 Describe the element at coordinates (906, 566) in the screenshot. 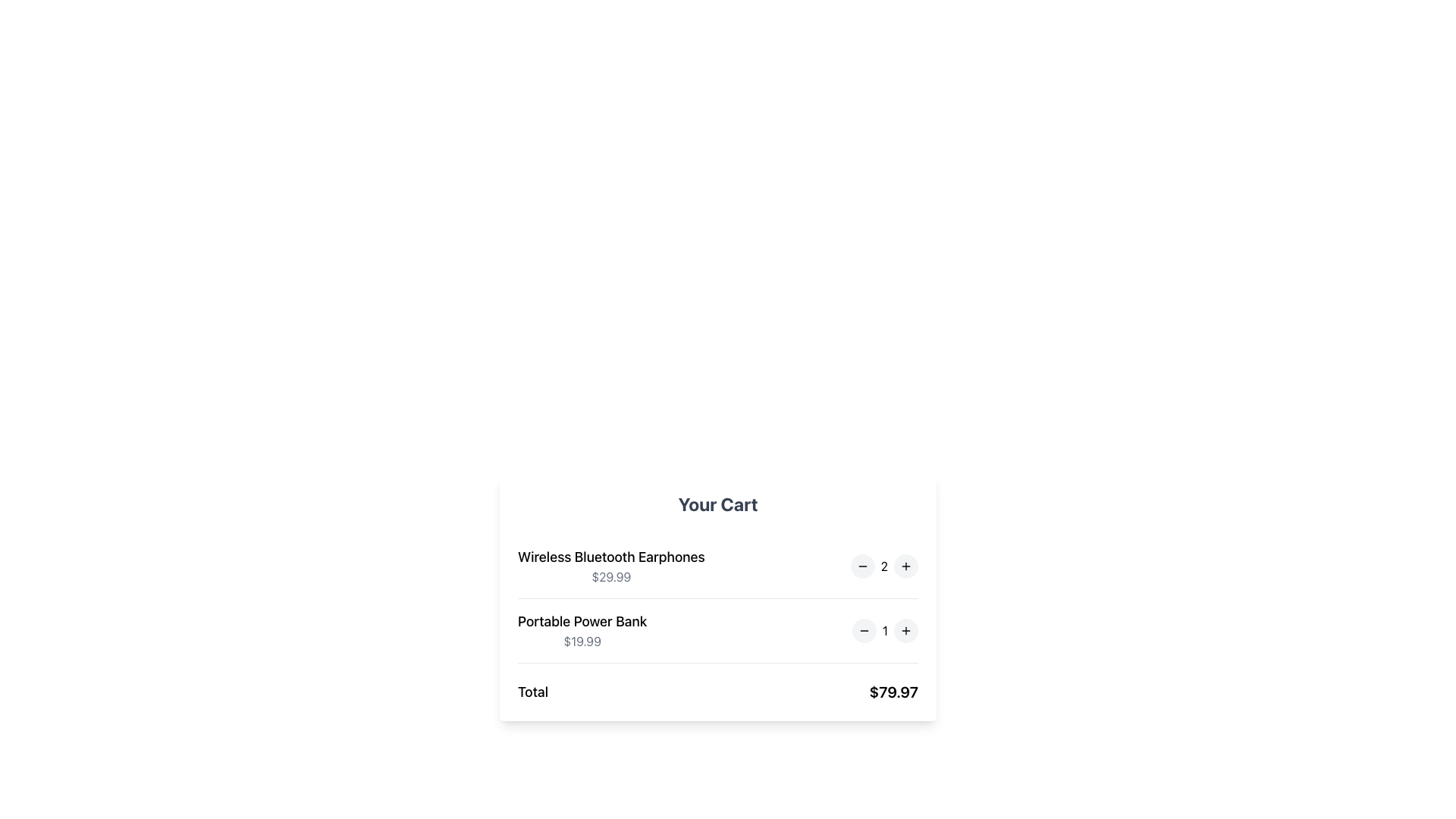

I see `the button to increase the quantity of 'Wireless Bluetooth Earphones' in the shopping cart, located immediately to the right of the quantity display ('2')` at that location.